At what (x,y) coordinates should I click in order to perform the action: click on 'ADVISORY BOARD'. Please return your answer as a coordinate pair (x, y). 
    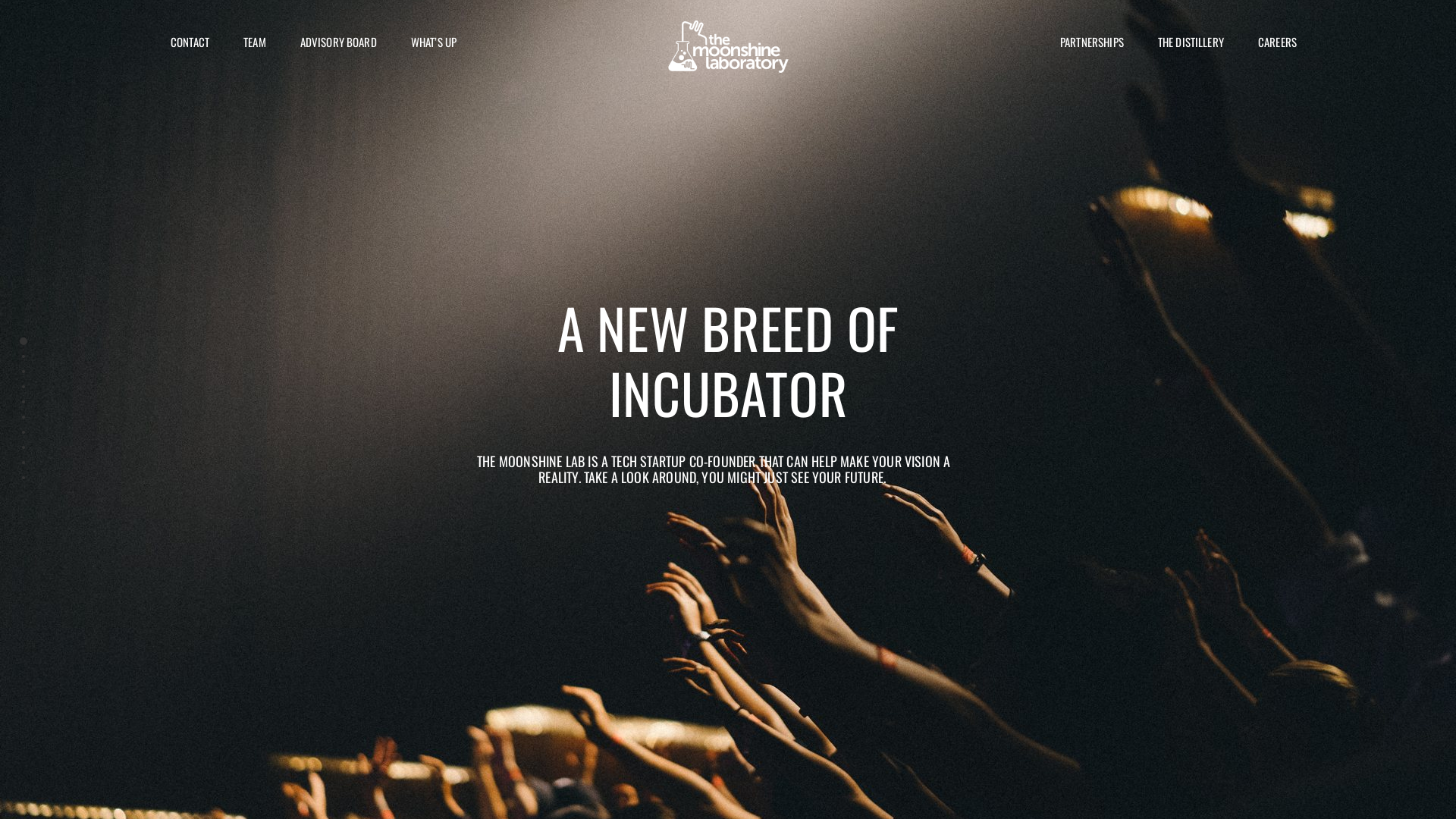
    Looking at the image, I should click on (331, 45).